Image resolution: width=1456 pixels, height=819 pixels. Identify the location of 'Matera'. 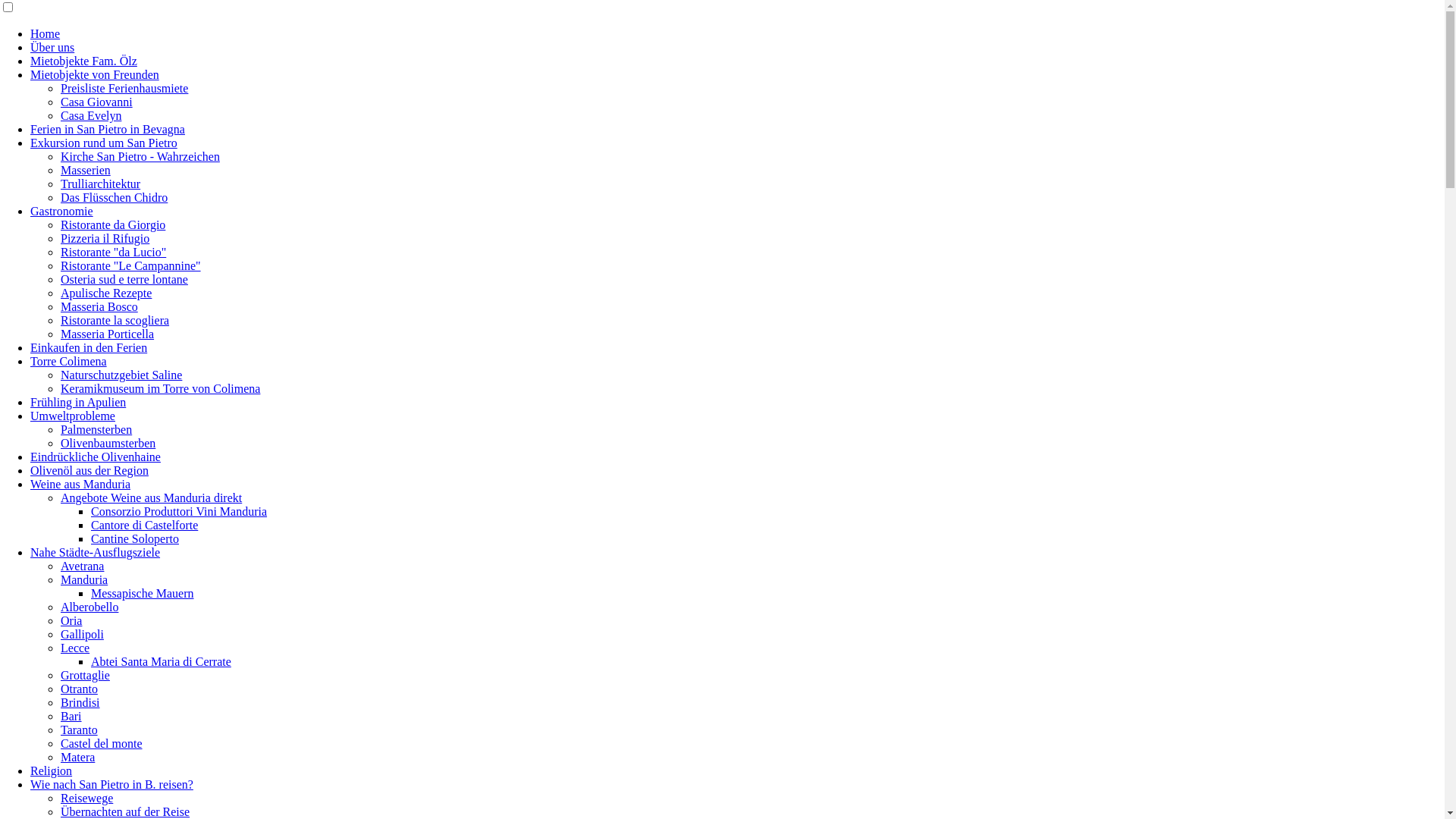
(61, 757).